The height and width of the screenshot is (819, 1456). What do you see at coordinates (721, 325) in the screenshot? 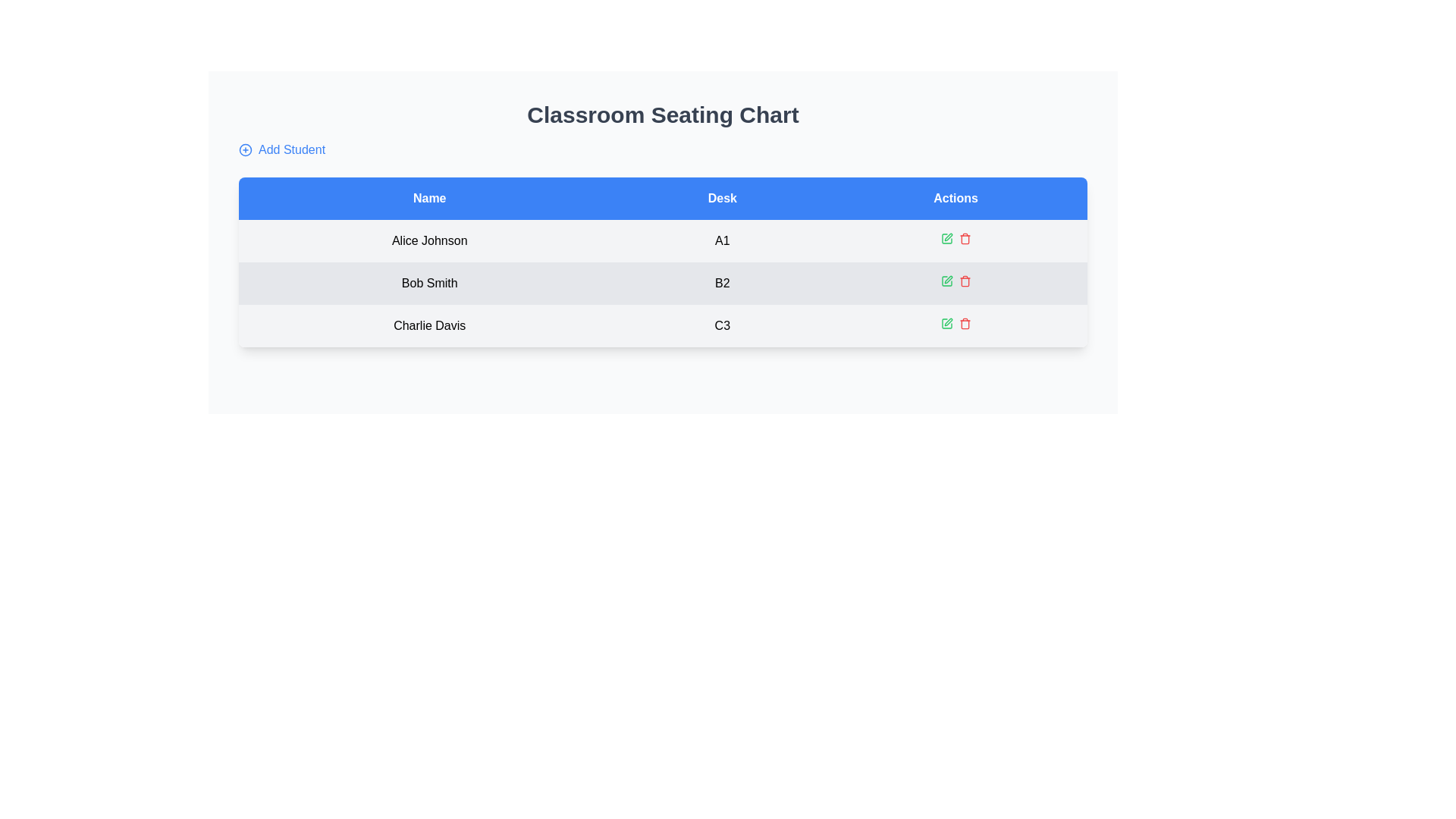
I see `the text label displaying 'C3' located in the second column of the third row of a table under the 'Desk' header` at bounding box center [721, 325].